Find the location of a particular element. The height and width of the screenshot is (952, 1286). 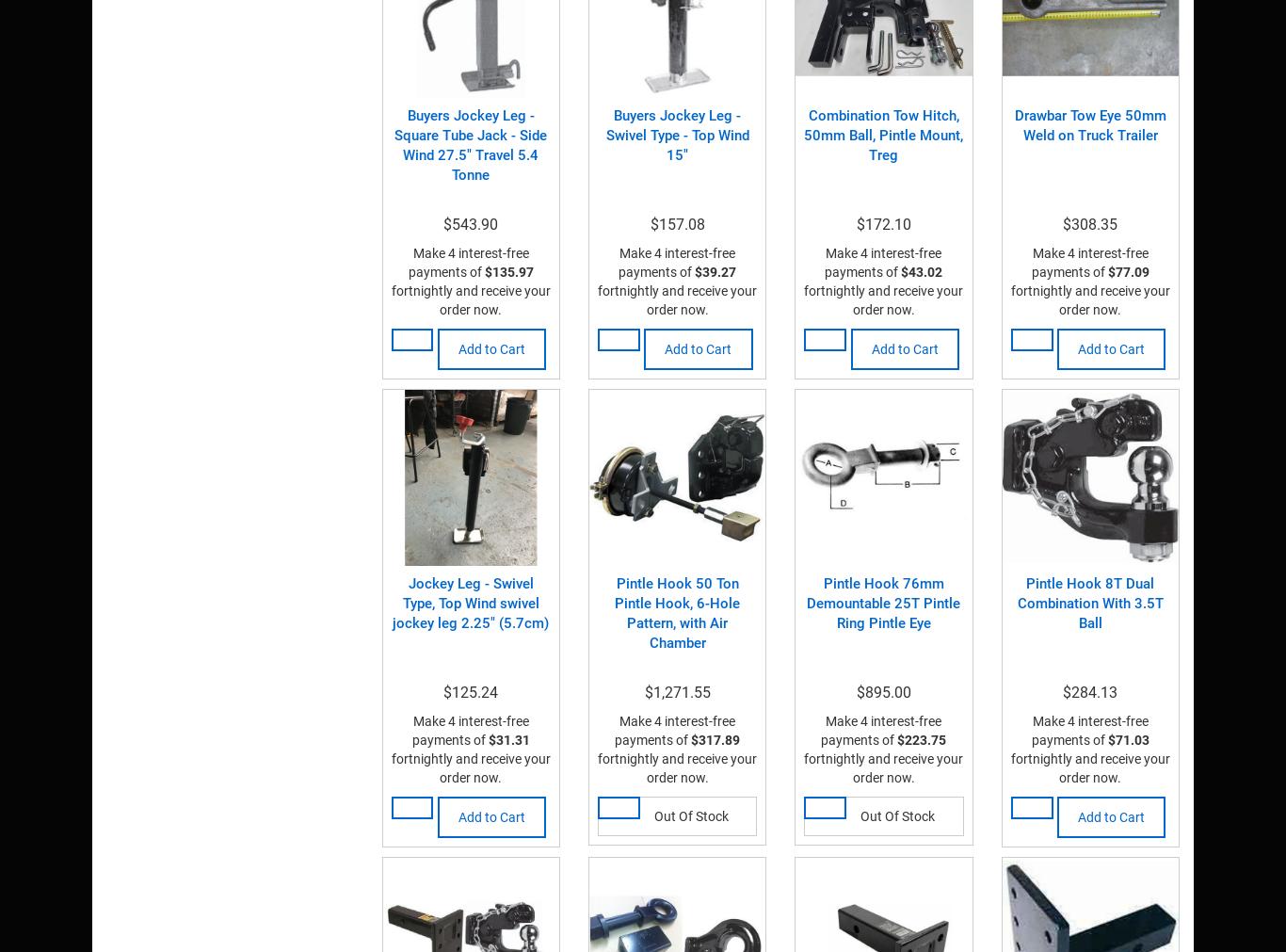

'$317.89' is located at coordinates (715, 738).